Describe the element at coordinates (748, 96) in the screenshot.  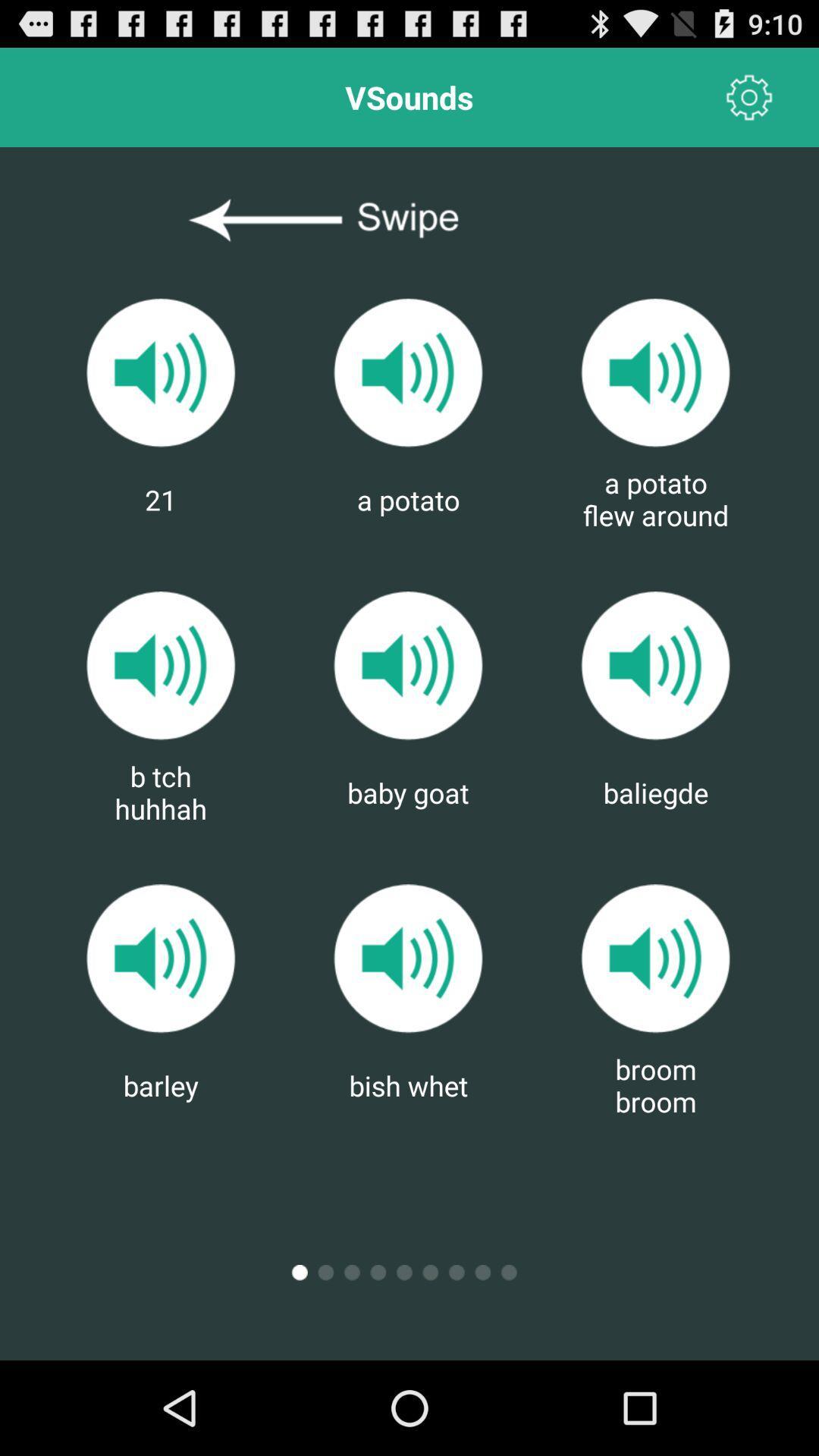
I see `tap to setting` at that location.